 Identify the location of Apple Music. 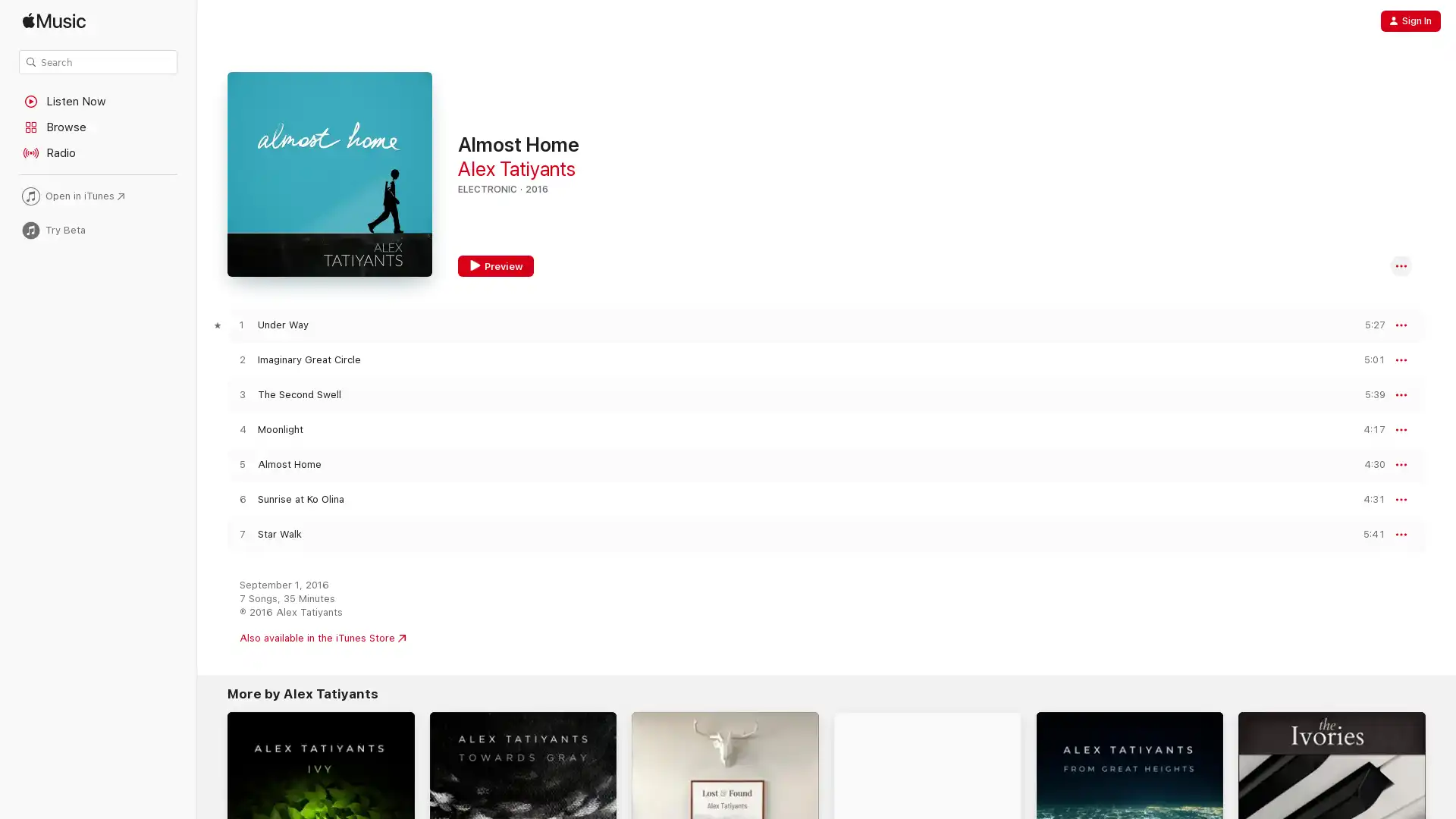
(97, 20).